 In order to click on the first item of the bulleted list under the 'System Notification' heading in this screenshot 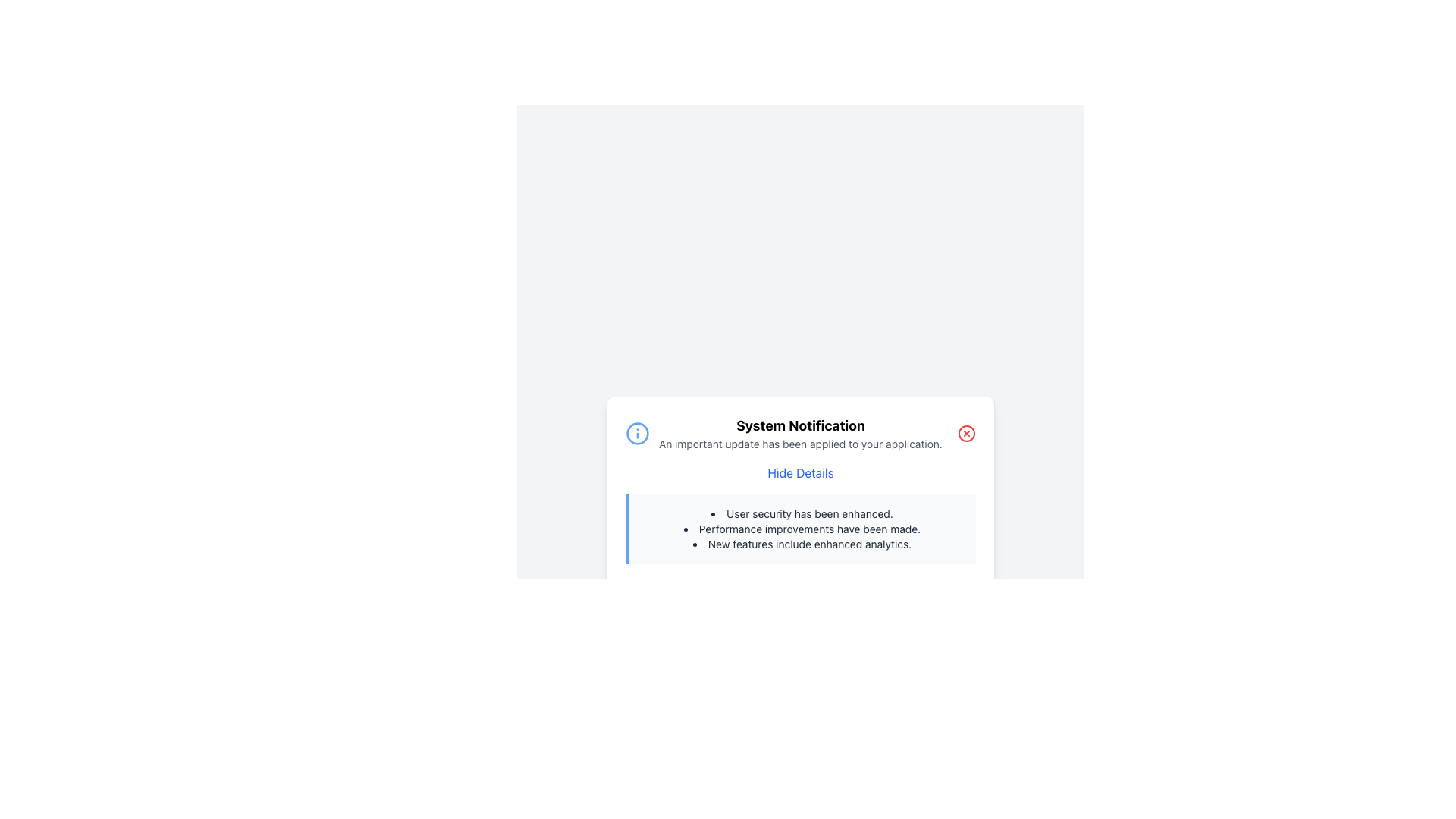, I will do `click(801, 513)`.